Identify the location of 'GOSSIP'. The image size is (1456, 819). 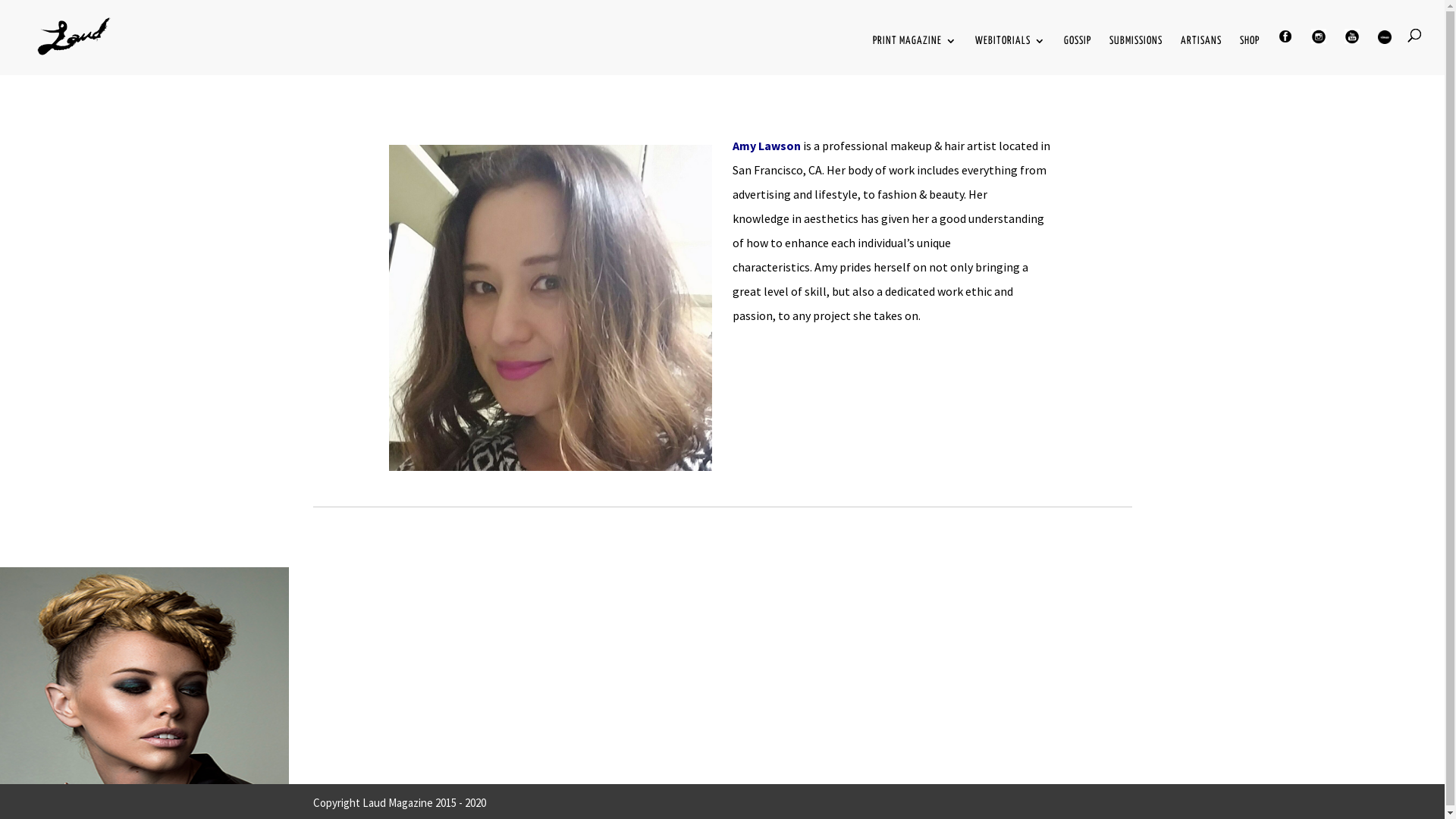
(1076, 55).